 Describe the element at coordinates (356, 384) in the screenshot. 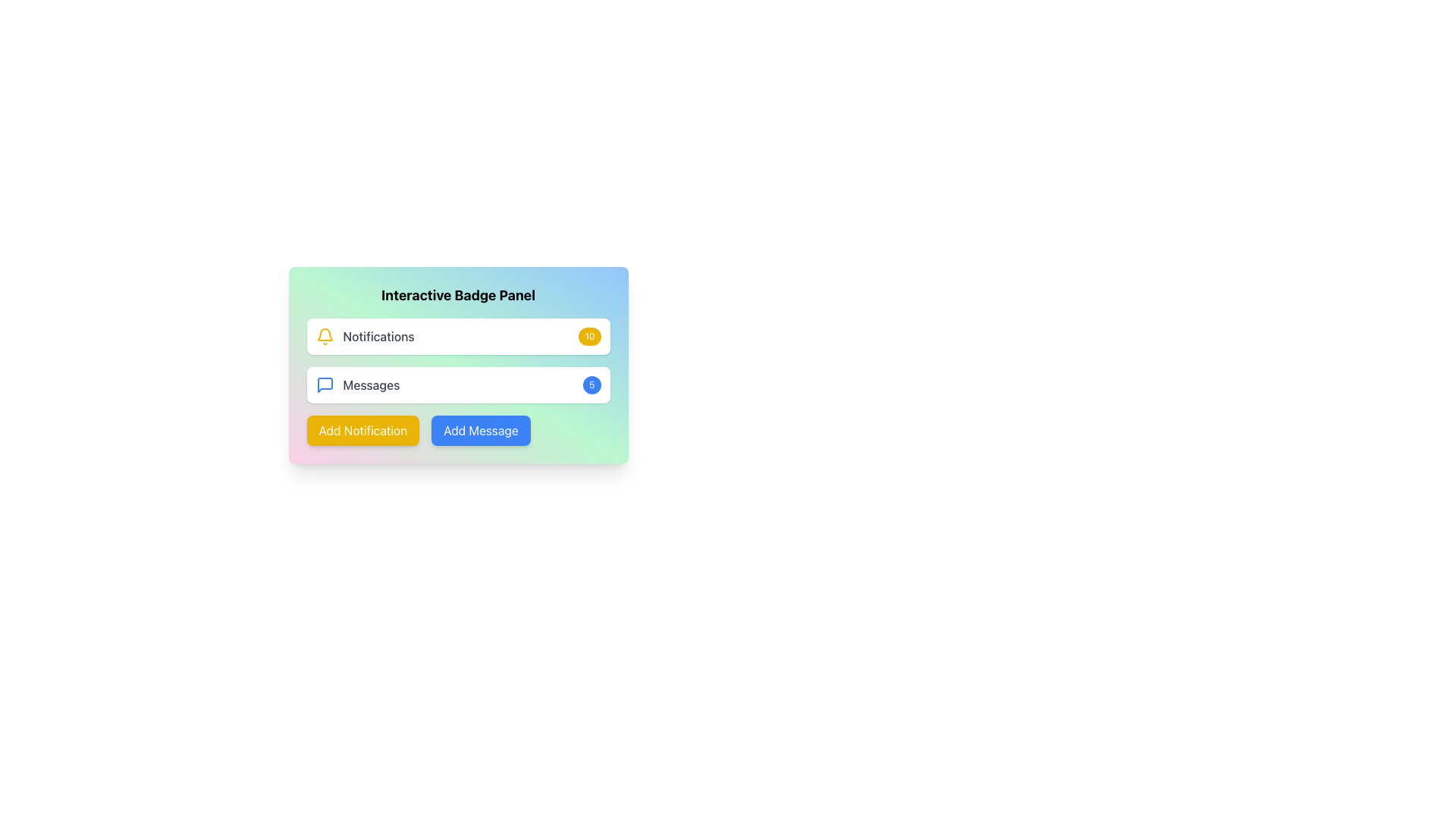

I see `the 'Messages' label with a blue speech bubble icon` at that location.